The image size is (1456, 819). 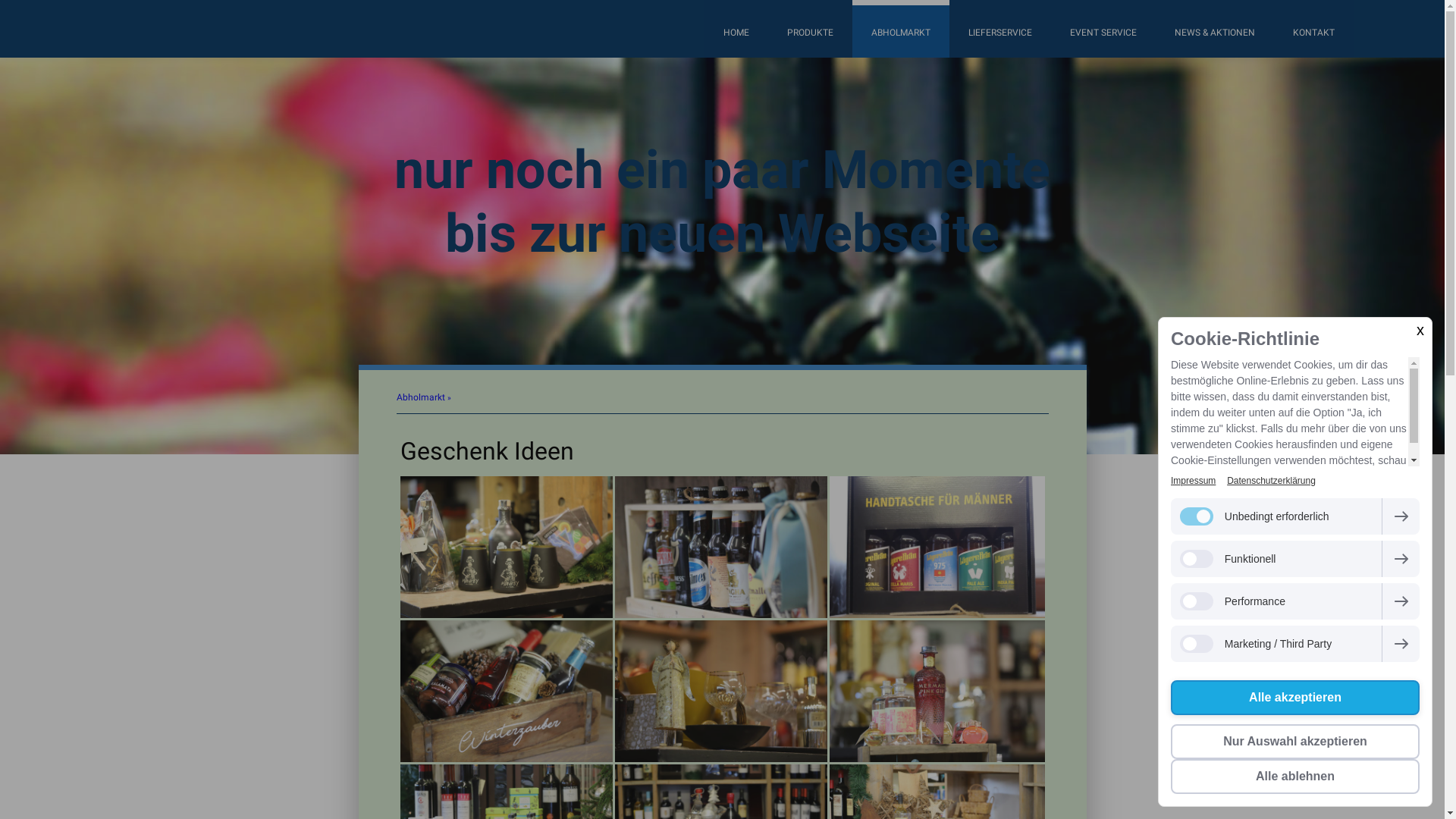 What do you see at coordinates (704, 29) in the screenshot?
I see `'HOME'` at bounding box center [704, 29].